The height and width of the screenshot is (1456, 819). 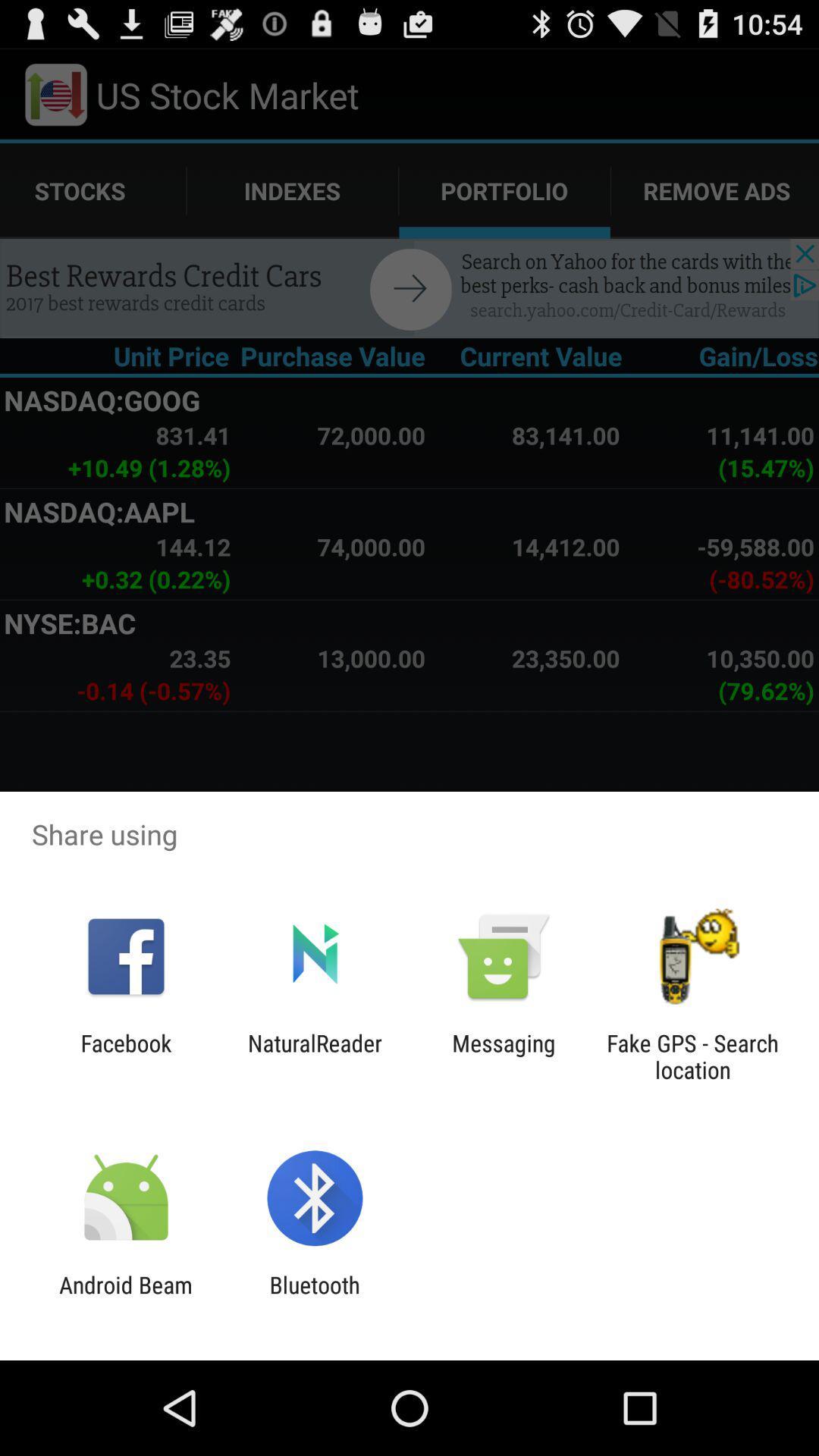 What do you see at coordinates (504, 1056) in the screenshot?
I see `the messaging item` at bounding box center [504, 1056].